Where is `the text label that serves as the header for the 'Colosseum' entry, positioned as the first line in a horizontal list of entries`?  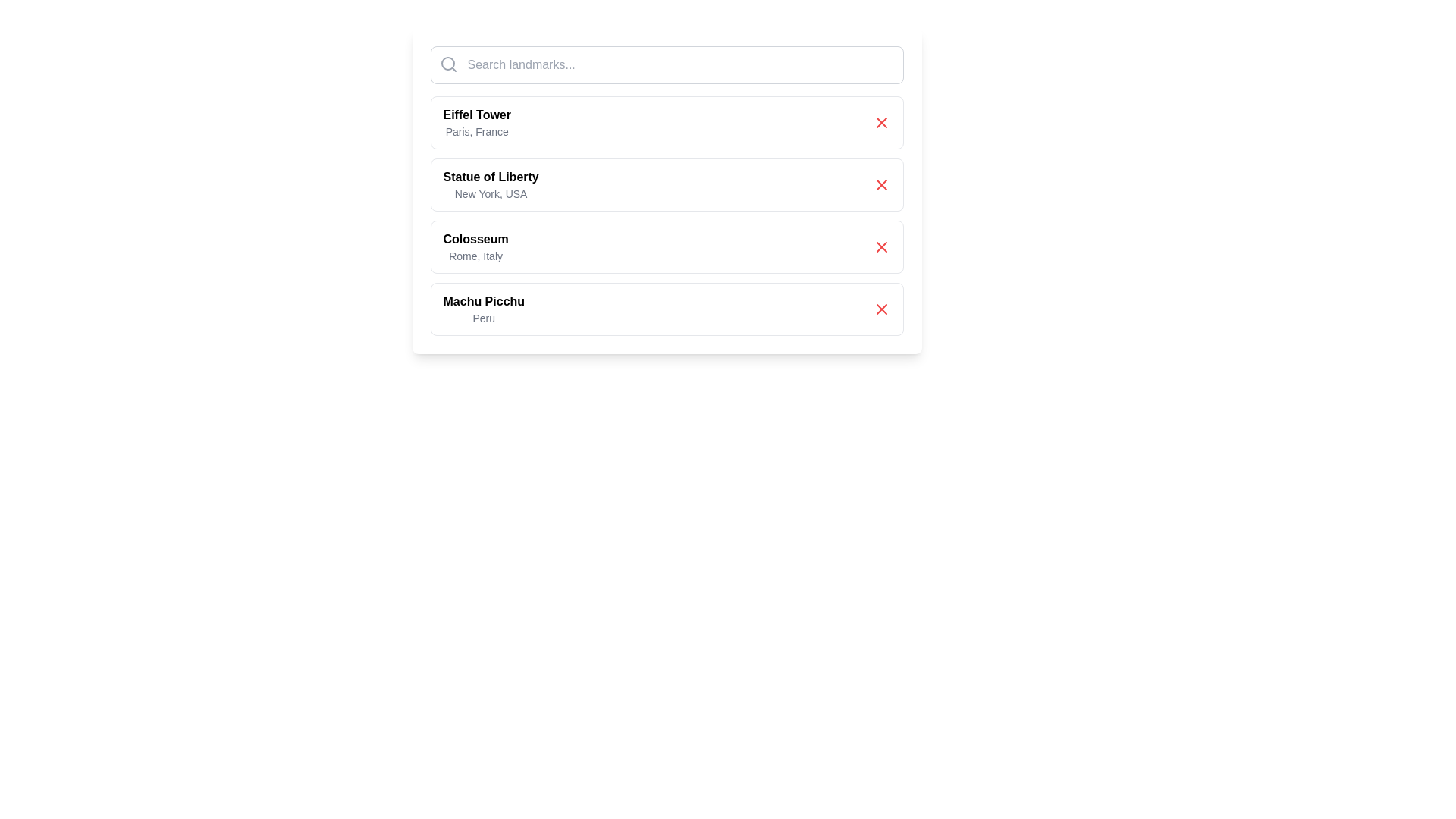
the text label that serves as the header for the 'Colosseum' entry, positioned as the first line in a horizontal list of entries is located at coordinates (475, 239).